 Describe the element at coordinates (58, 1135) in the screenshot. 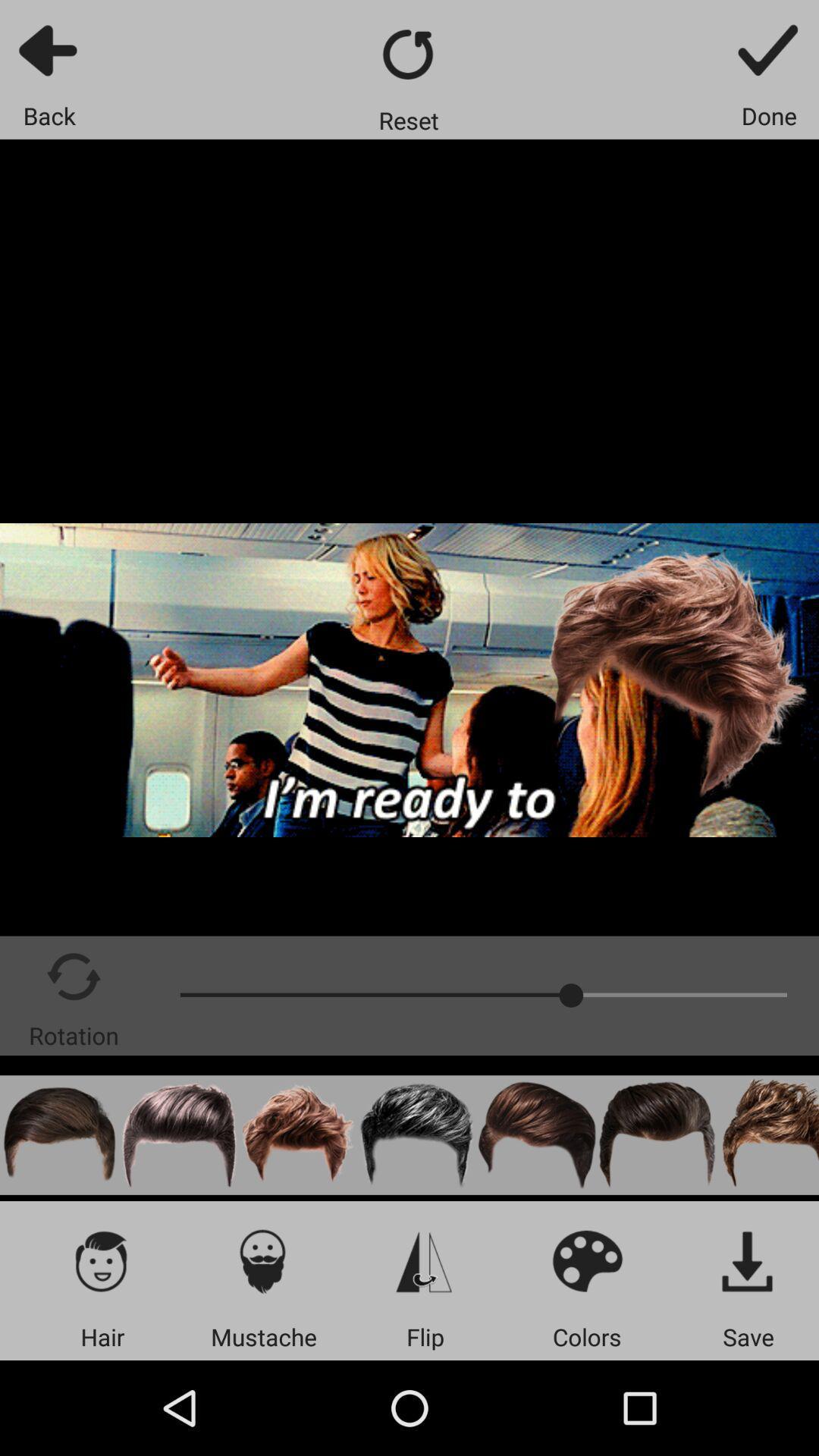

I see `a hairstyle overlay` at that location.